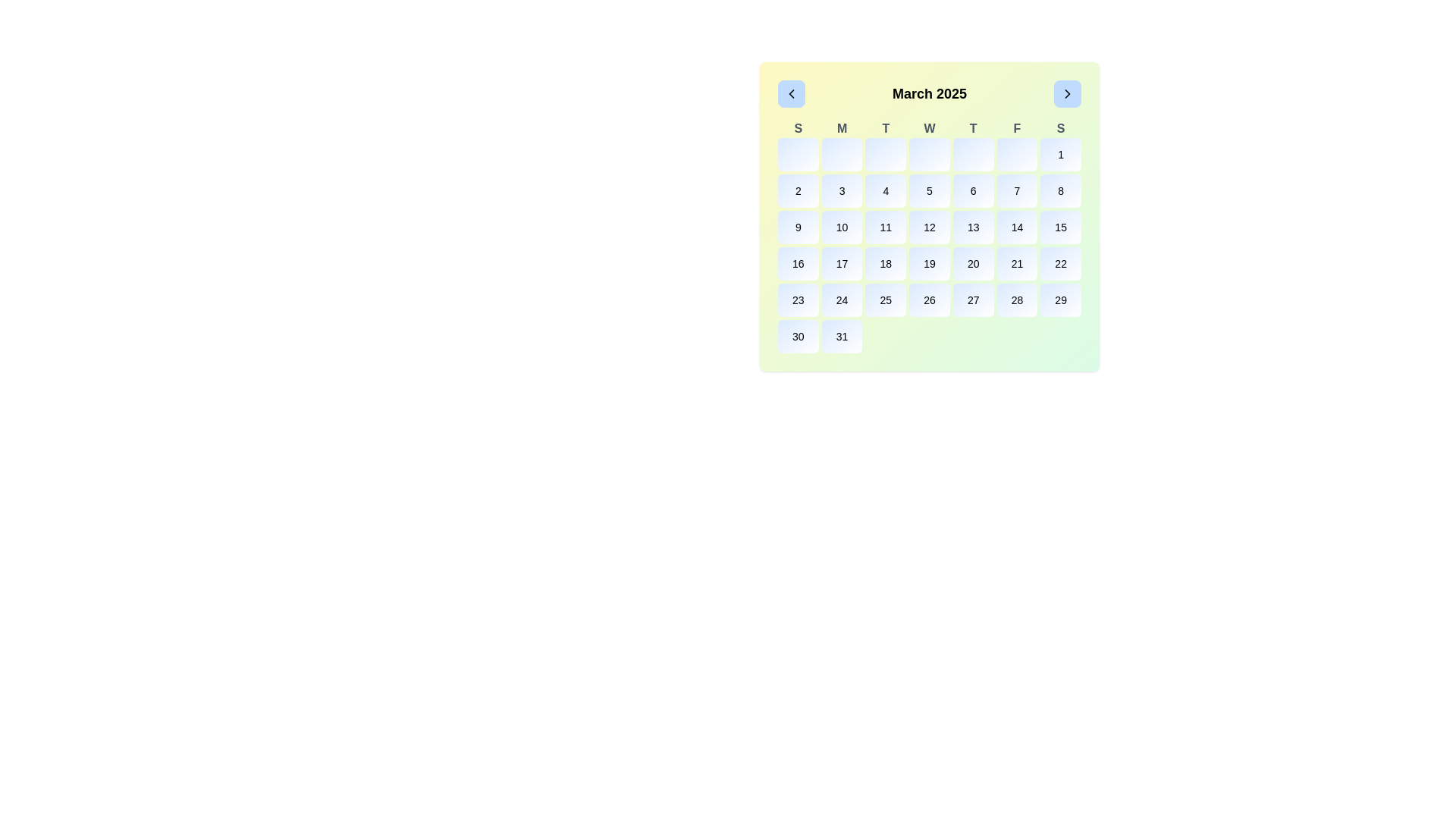 This screenshot has width=1456, height=819. What do you see at coordinates (797, 300) in the screenshot?
I see `the selectable date button for the date '23' in the calendar interface` at bounding box center [797, 300].